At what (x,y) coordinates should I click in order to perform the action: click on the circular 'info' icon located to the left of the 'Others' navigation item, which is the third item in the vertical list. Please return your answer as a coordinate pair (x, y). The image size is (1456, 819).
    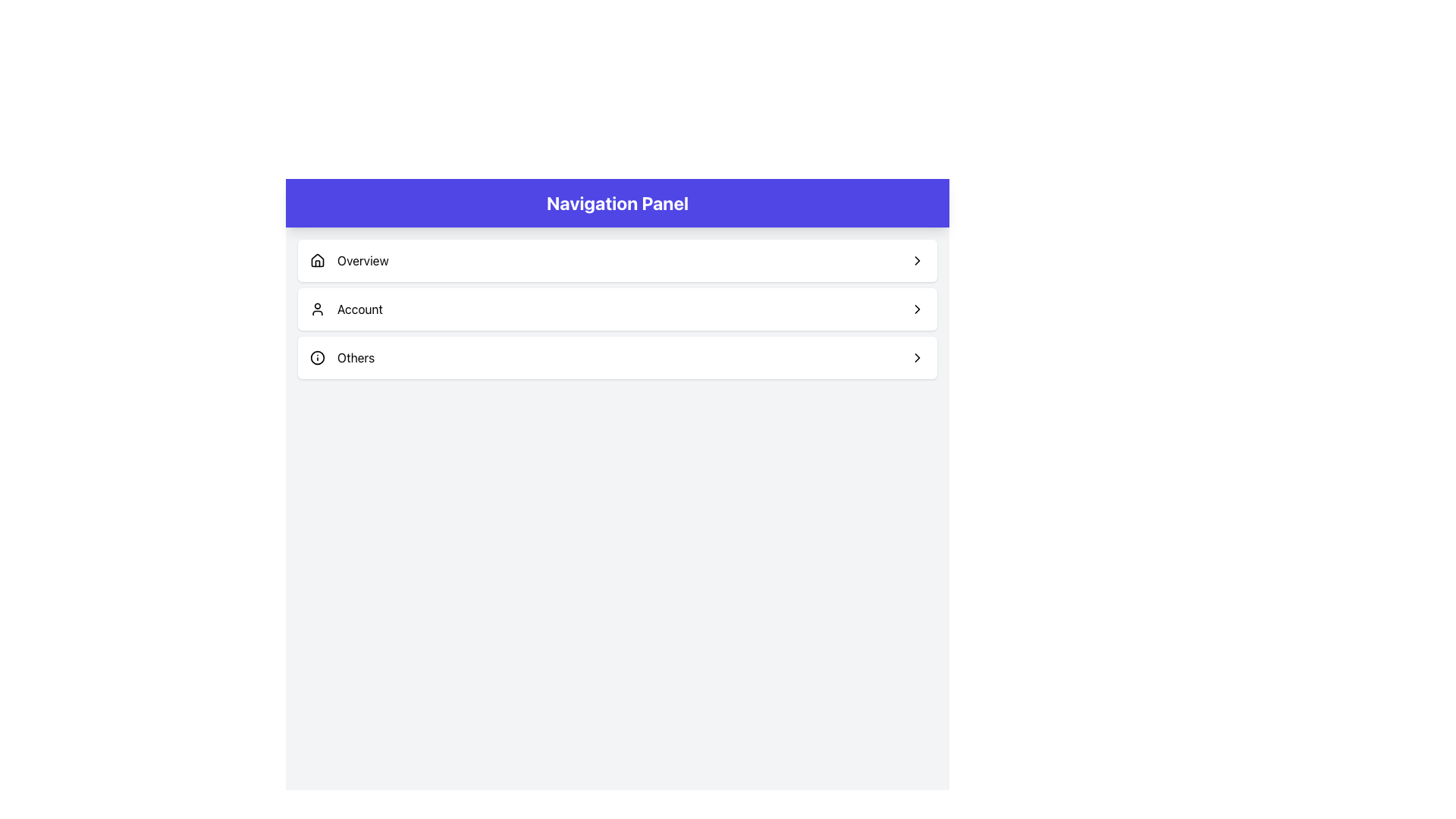
    Looking at the image, I should click on (316, 357).